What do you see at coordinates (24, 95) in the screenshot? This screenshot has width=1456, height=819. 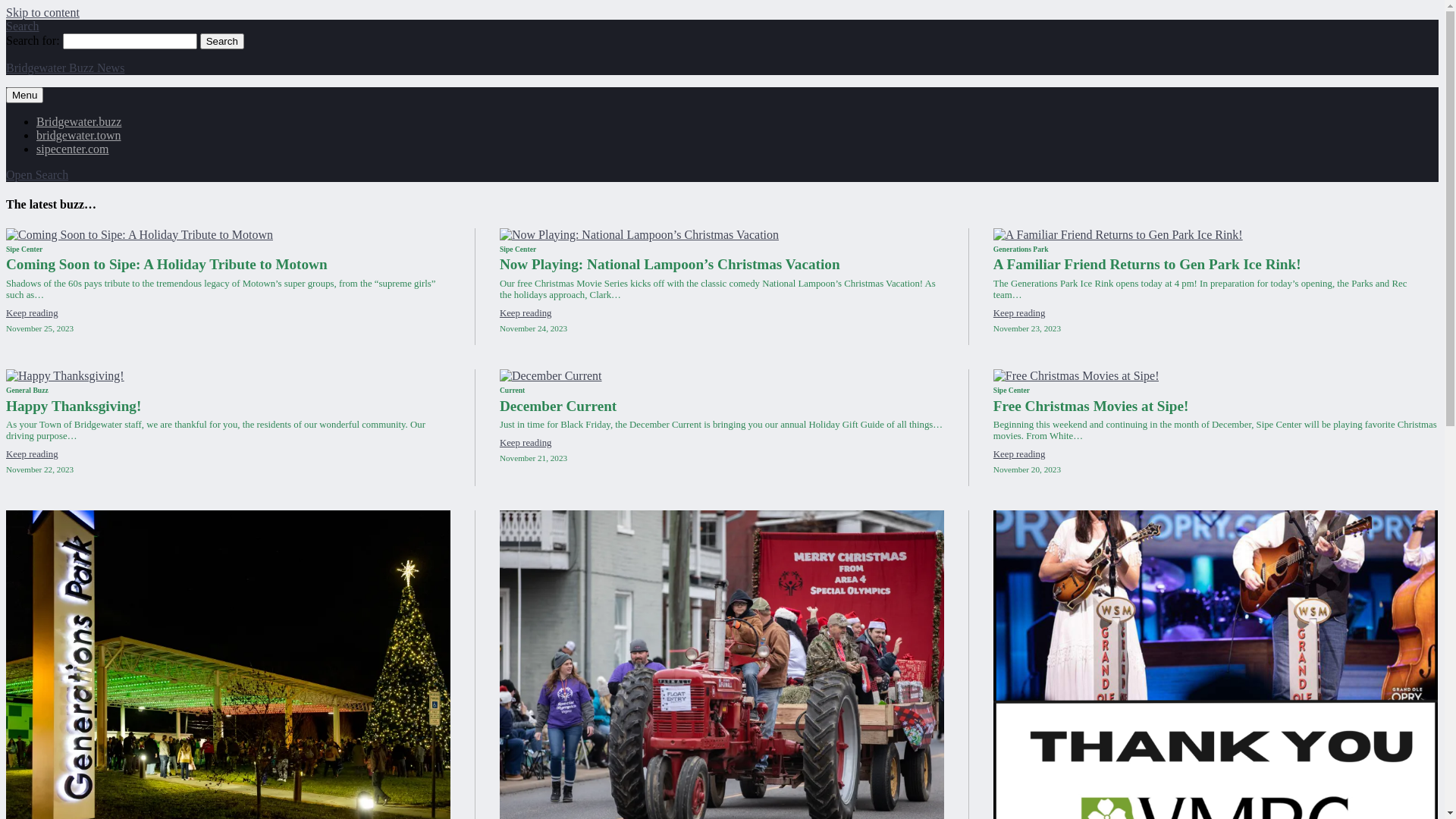 I see `'Menu'` at bounding box center [24, 95].